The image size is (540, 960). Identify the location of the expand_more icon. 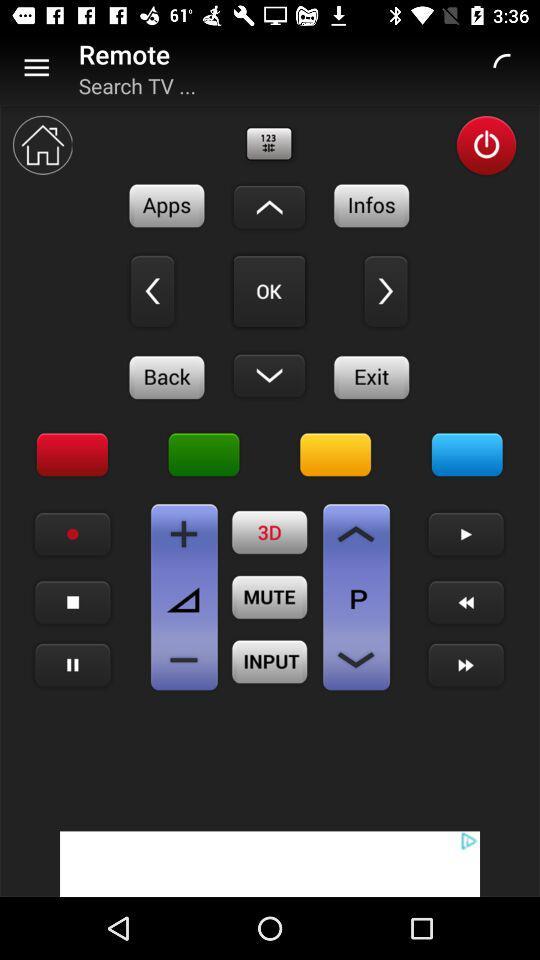
(269, 374).